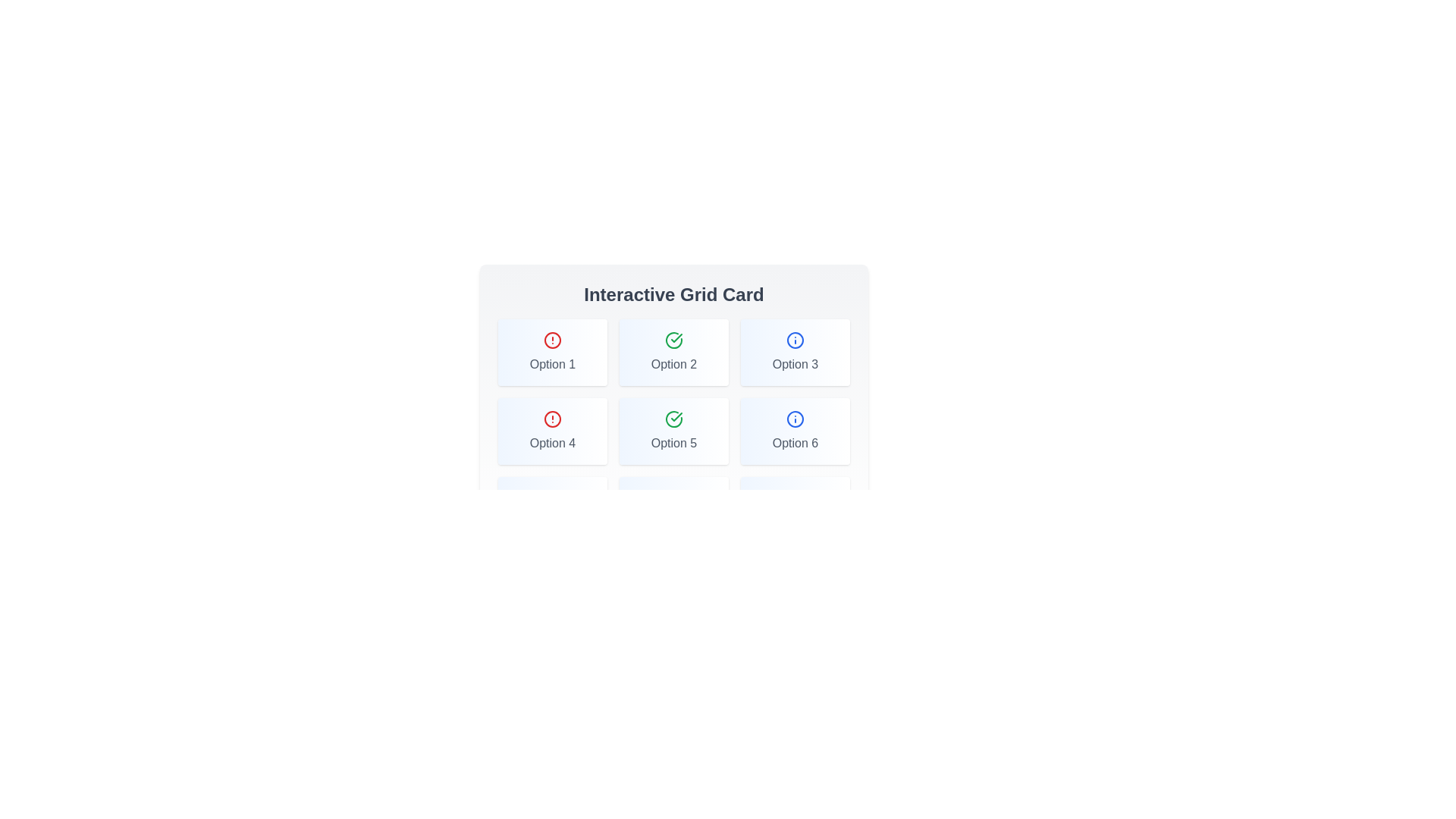 The width and height of the screenshot is (1456, 819). What do you see at coordinates (552, 339) in the screenshot?
I see `the notification icon located in the top-left card of the grid layout, centered above the text 'Option 1'` at bounding box center [552, 339].